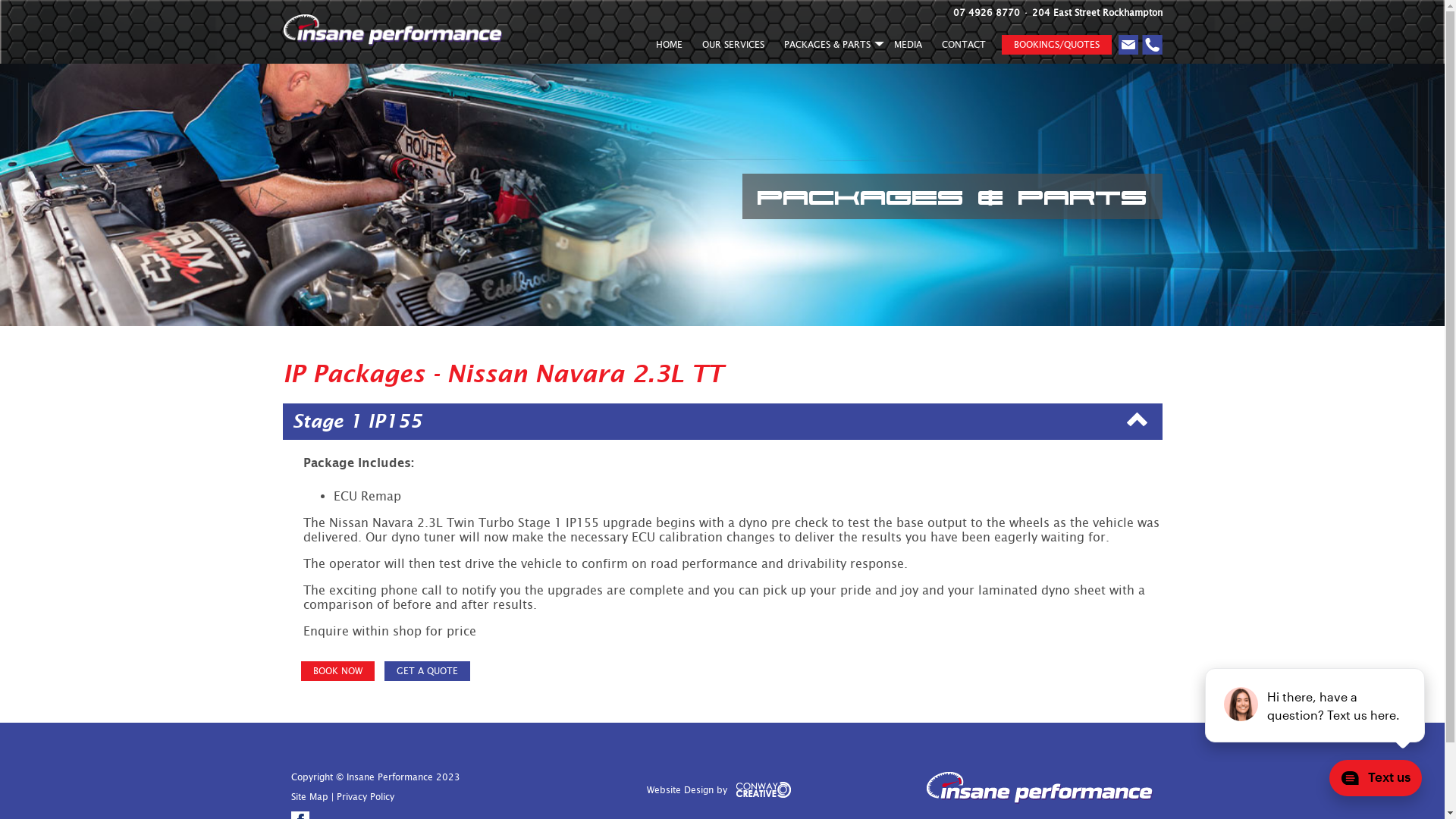 This screenshot has height=819, width=1456. What do you see at coordinates (1055, 43) in the screenshot?
I see `'BOOKINGS/QUOTES'` at bounding box center [1055, 43].